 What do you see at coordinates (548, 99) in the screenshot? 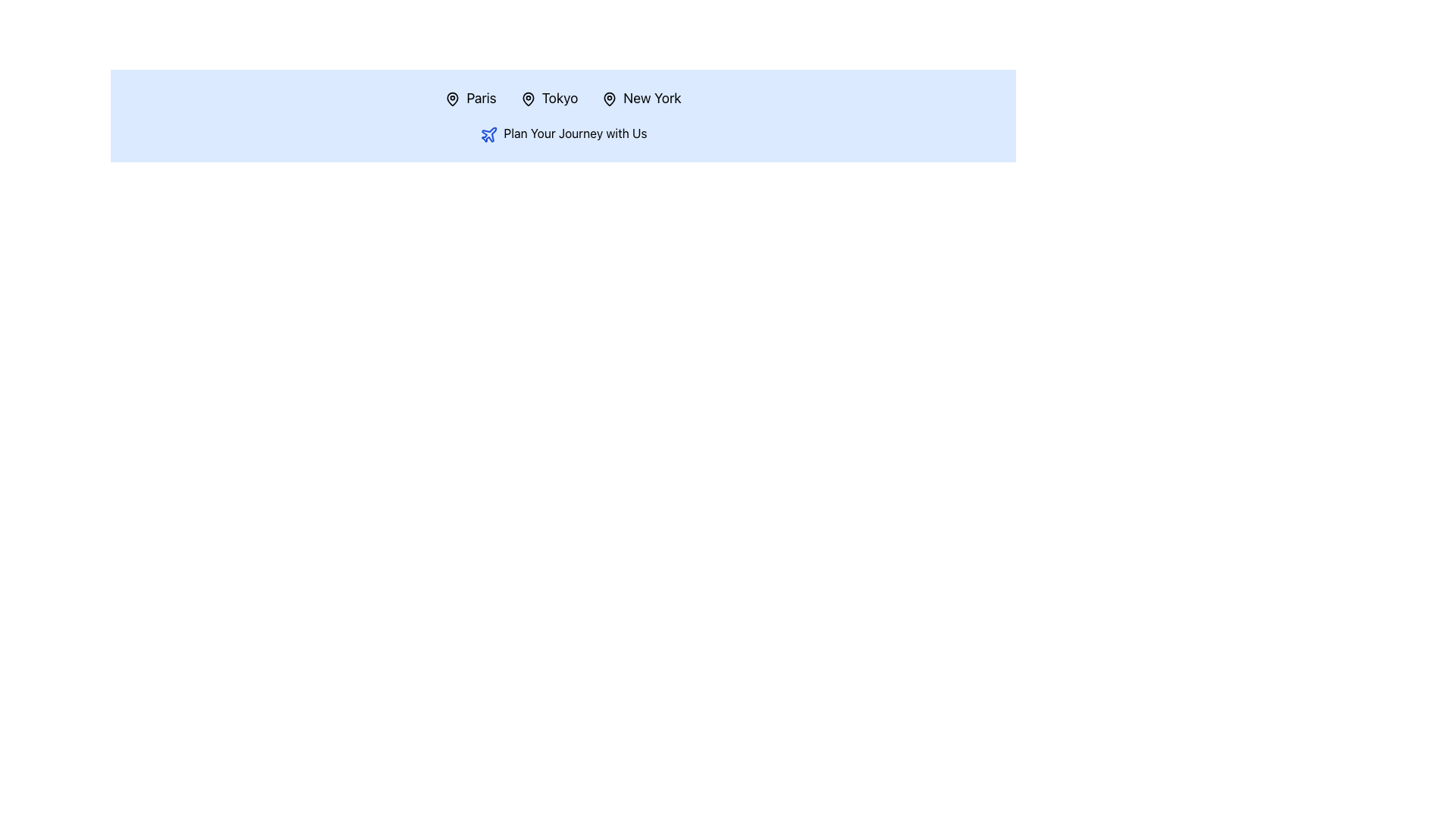
I see `the text 'Tokyo', a larger font-sized label in a horizontal list of city names` at bounding box center [548, 99].